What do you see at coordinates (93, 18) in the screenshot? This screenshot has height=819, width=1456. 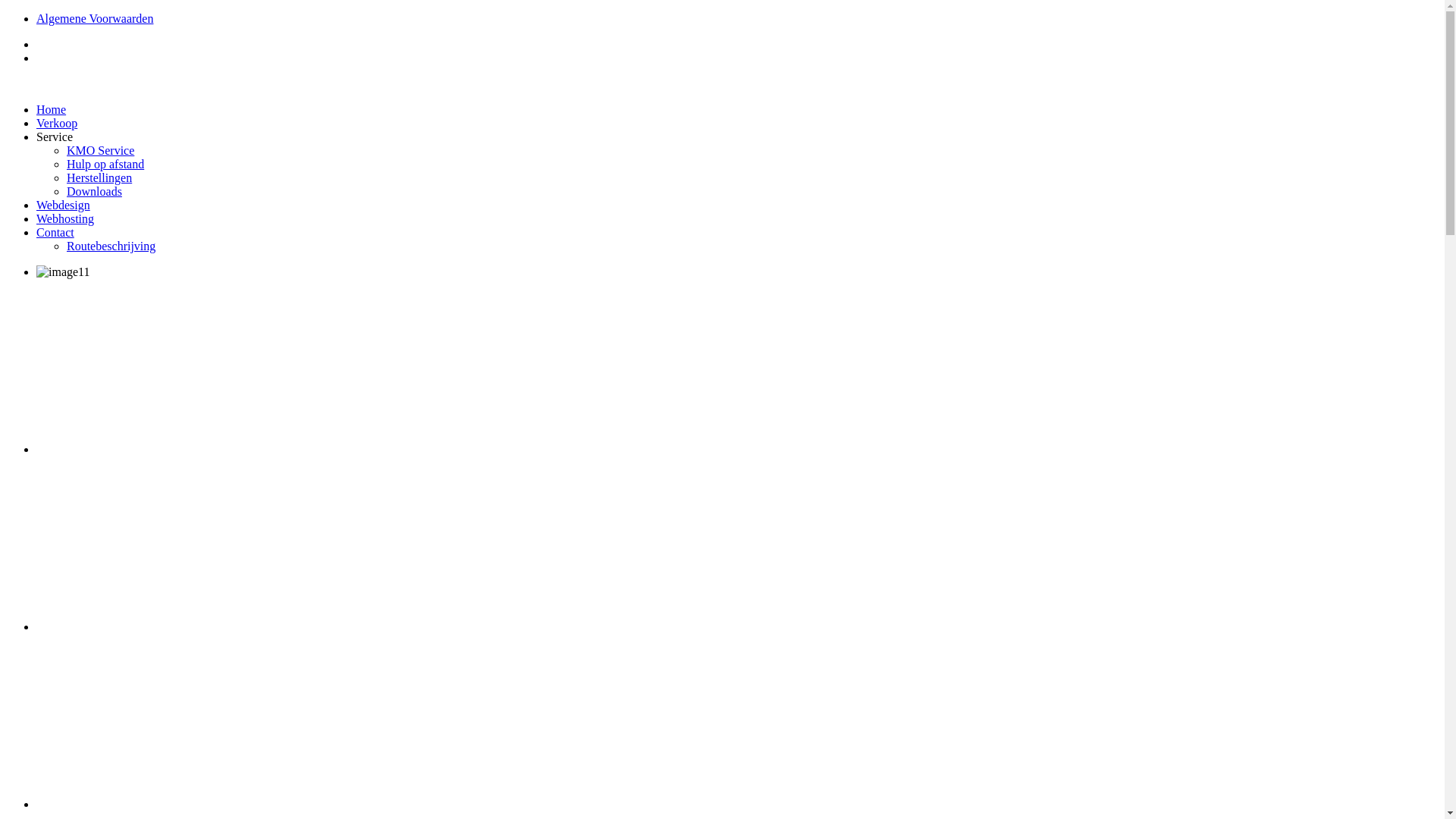 I see `'Algemene Voorwaarden'` at bounding box center [93, 18].